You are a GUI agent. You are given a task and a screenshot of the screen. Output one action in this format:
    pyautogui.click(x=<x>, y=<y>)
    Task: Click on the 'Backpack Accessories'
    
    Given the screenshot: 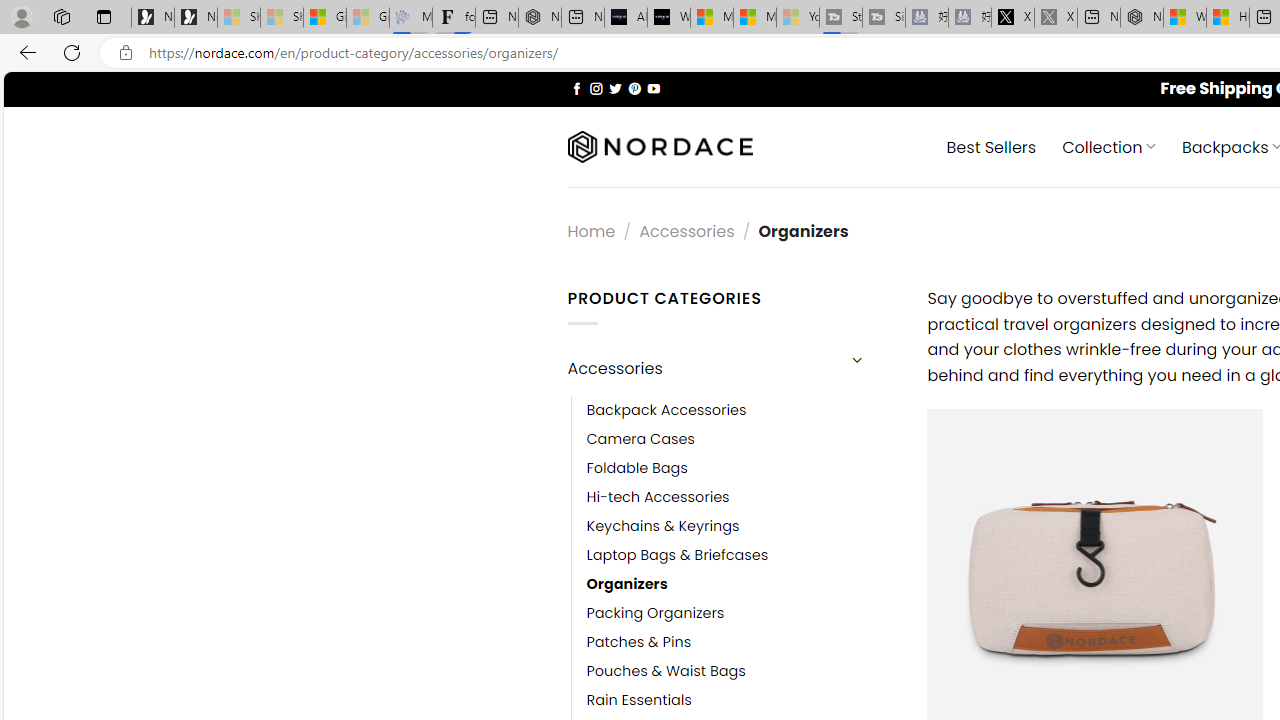 What is the action you would take?
    pyautogui.click(x=741, y=409)
    